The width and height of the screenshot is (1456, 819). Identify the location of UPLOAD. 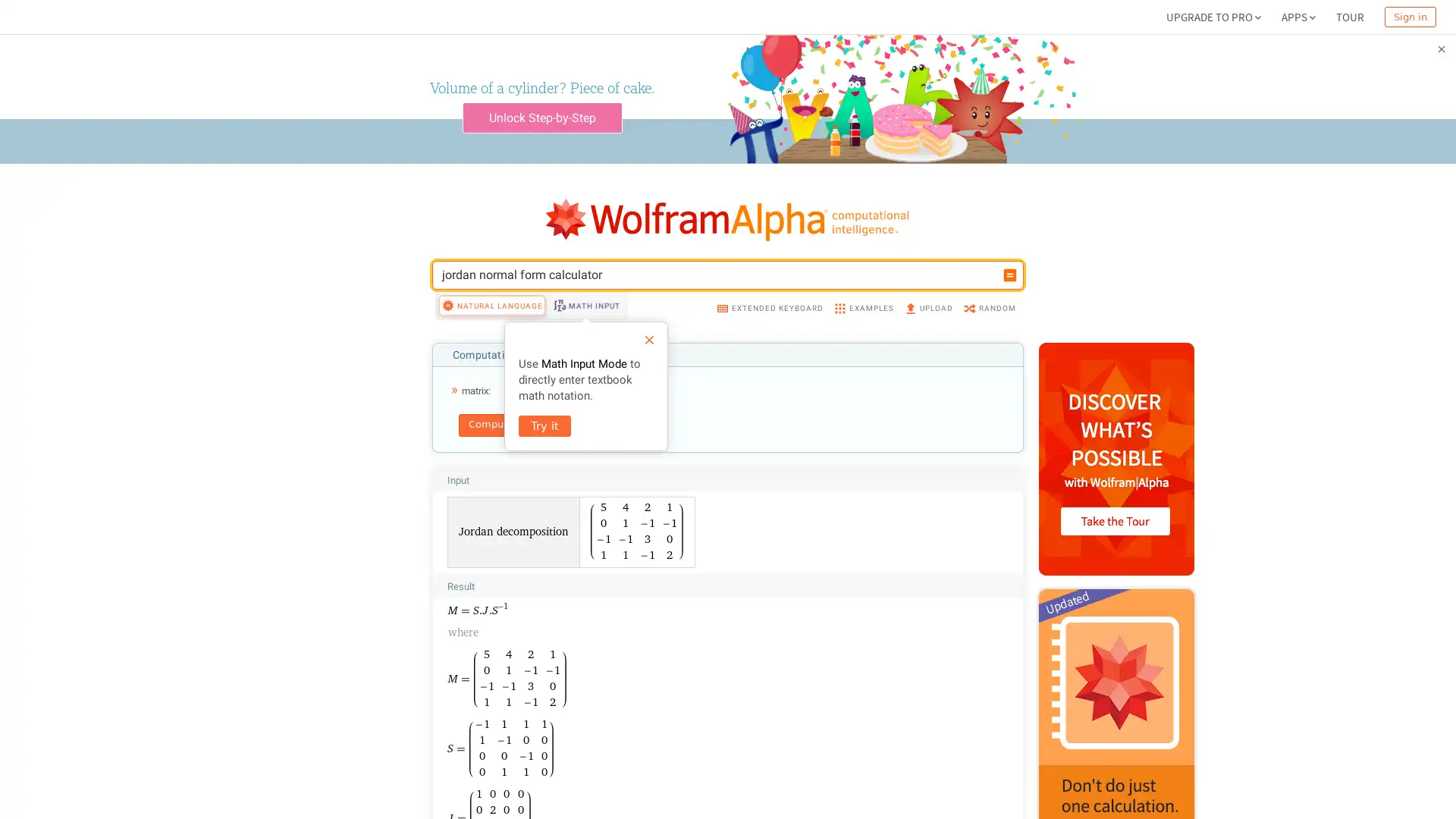
(927, 307).